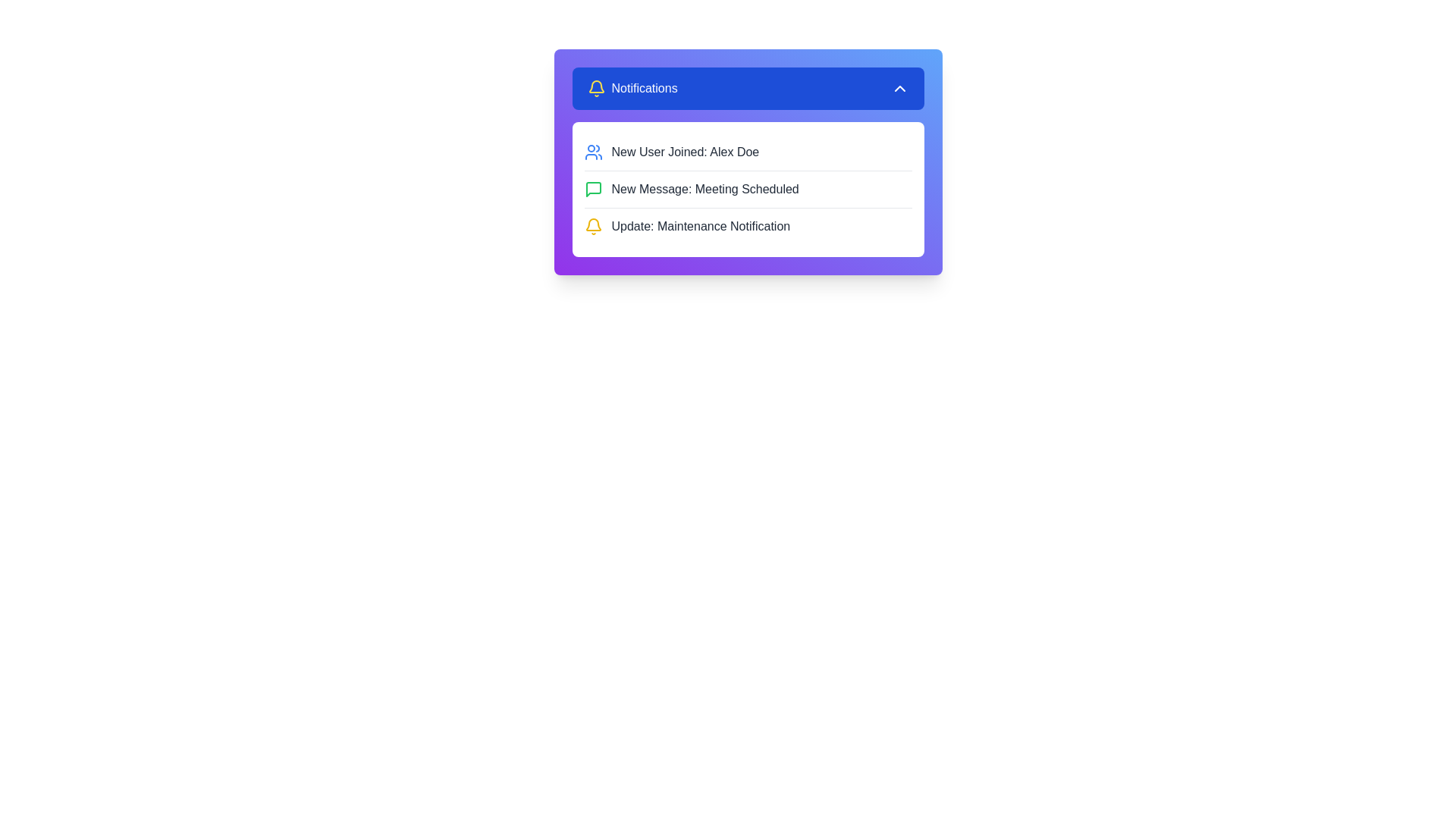 The image size is (1456, 819). Describe the element at coordinates (748, 88) in the screenshot. I see `notification menu button to toggle the menu visibility` at that location.